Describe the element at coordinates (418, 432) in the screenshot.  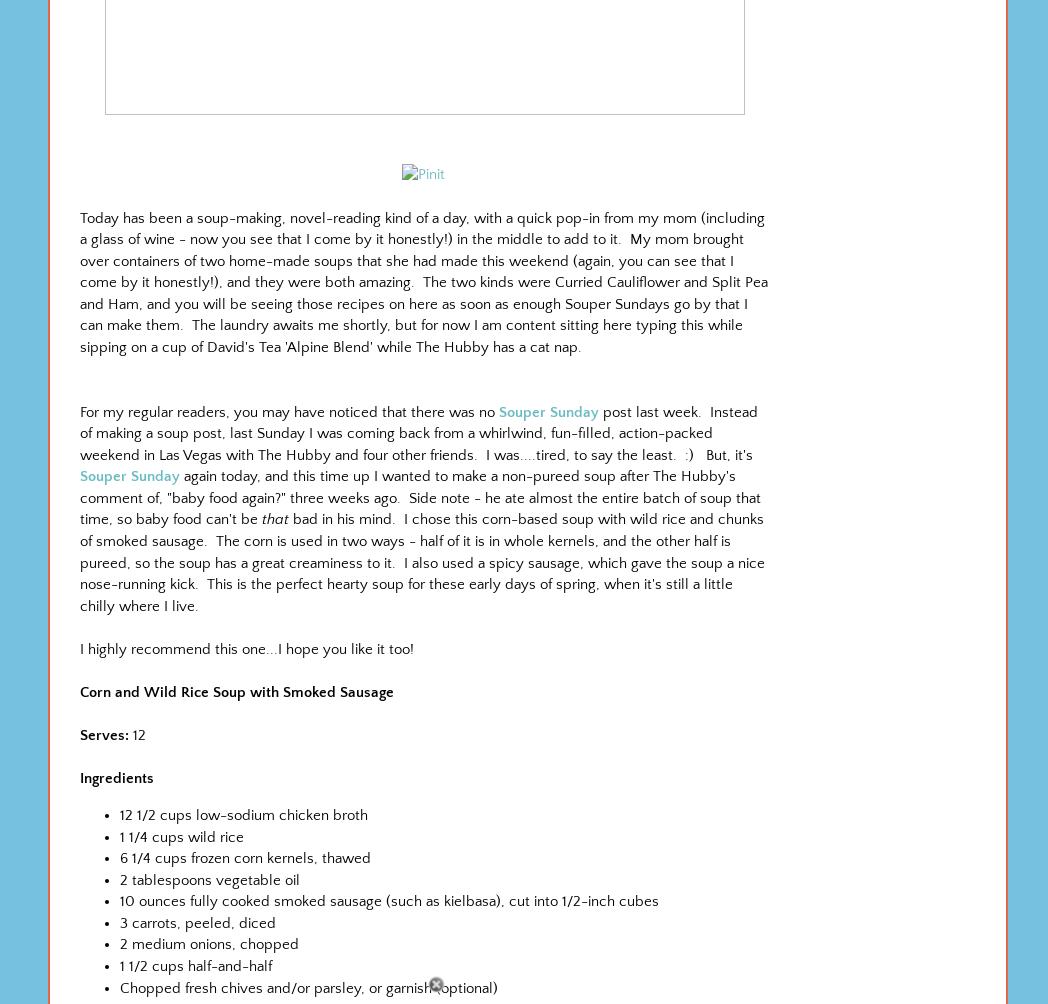
I see `'post last week.  Instead of making a soup post, last Sunday I was coming back from a whirlwind, fun-filled, action-packed weekend in Las Vegas with The Hubby and four other friends.  I was....tired, to say the least.  :)   But, it's'` at that location.